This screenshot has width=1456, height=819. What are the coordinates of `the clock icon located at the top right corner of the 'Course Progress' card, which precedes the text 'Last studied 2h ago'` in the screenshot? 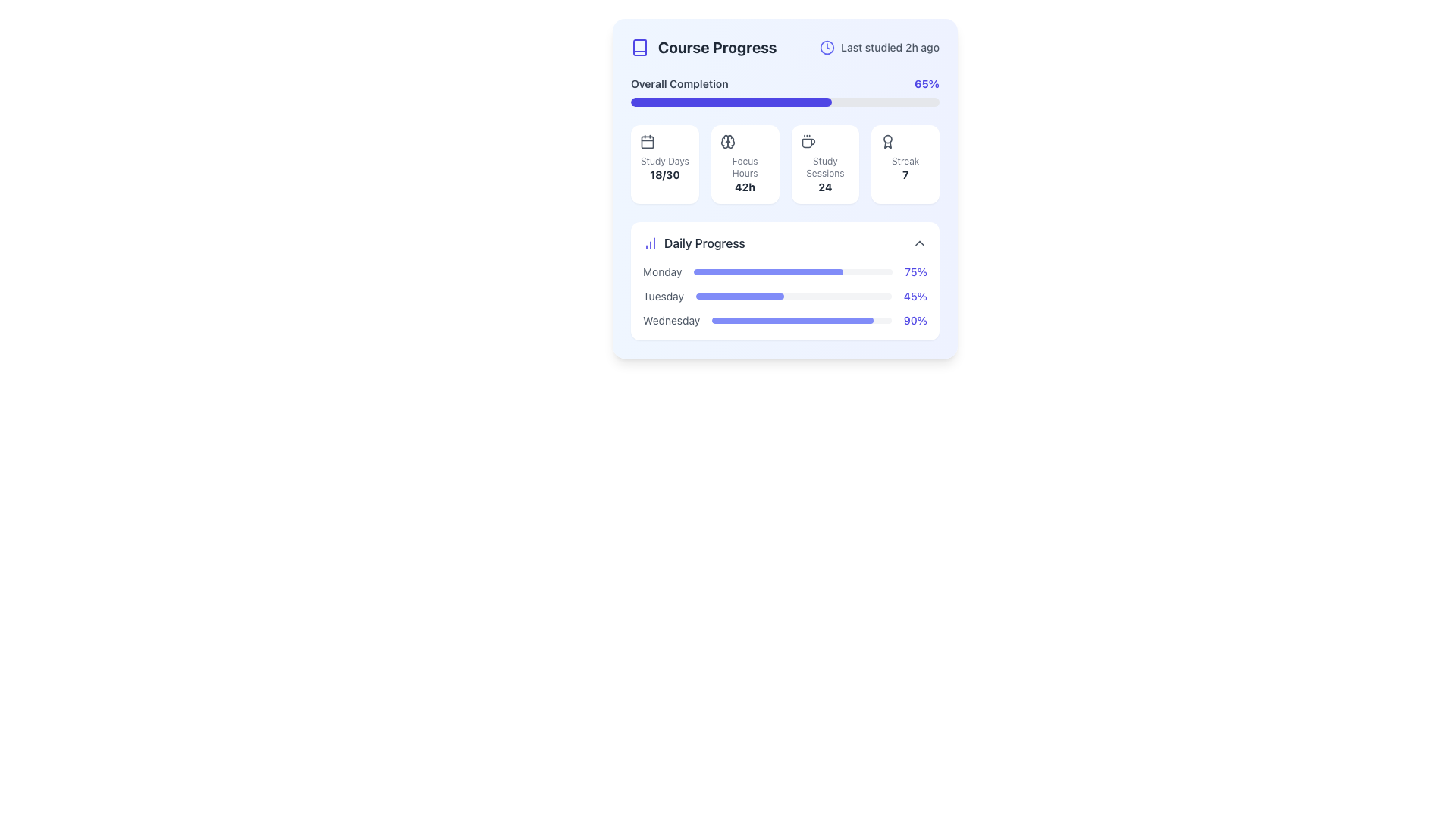 It's located at (826, 46).